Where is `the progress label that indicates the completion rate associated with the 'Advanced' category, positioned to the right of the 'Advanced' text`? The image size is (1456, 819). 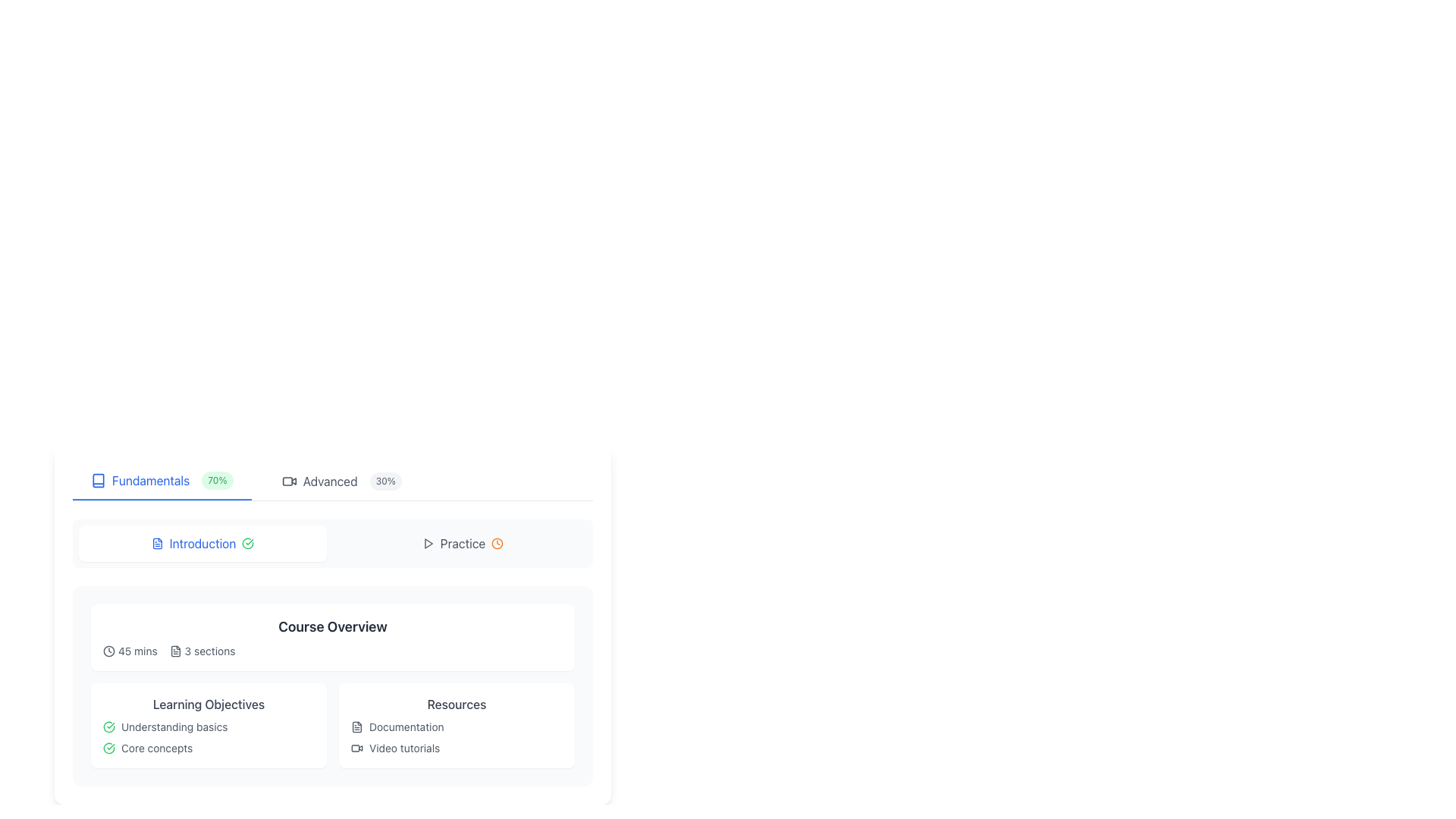
the progress label that indicates the completion rate associated with the 'Advanced' category, positioned to the right of the 'Advanced' text is located at coordinates (385, 482).